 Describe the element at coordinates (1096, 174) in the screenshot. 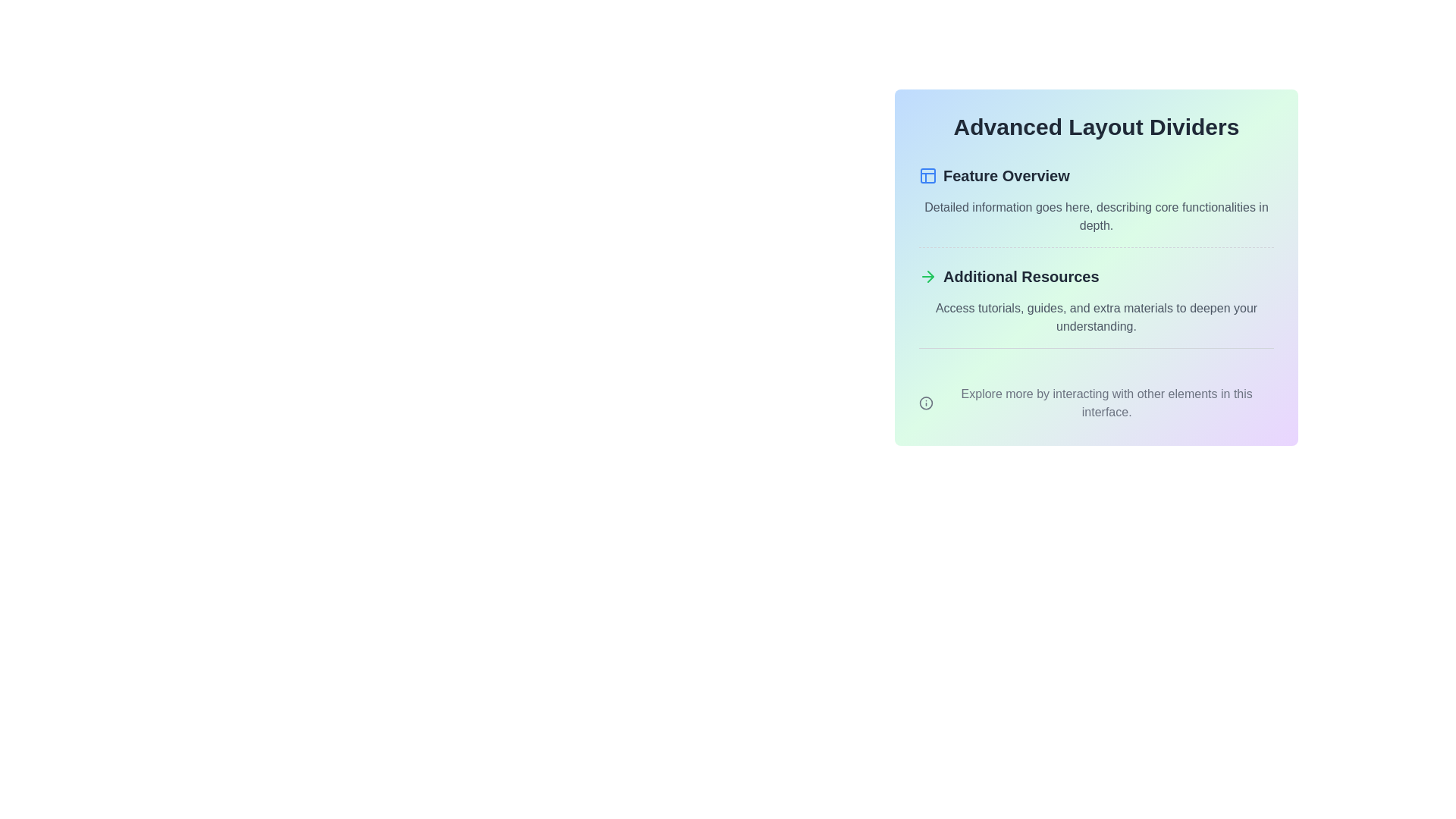

I see `the 'Feature Overview' heading with the layout icon` at that location.